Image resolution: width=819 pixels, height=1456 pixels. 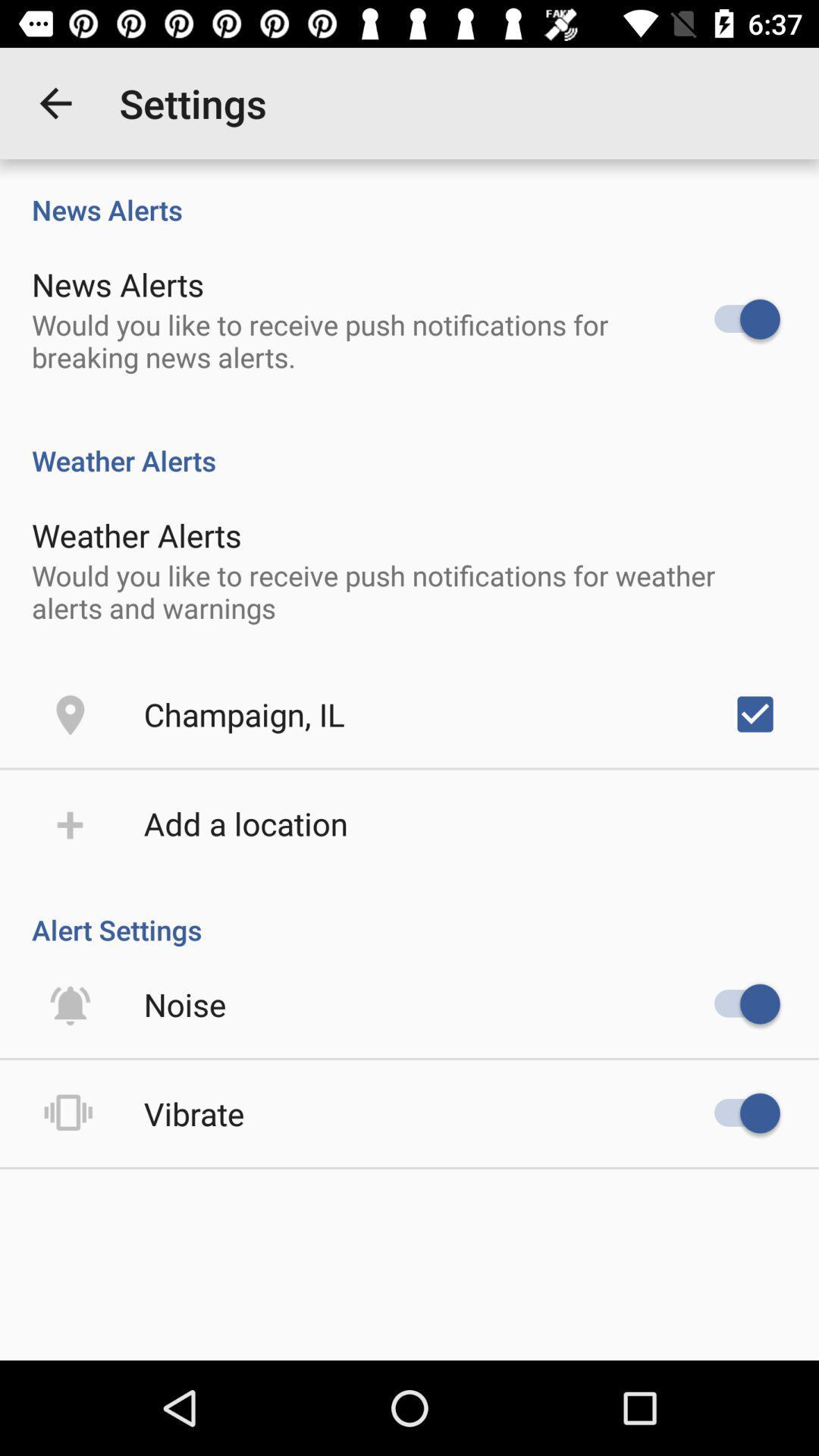 I want to click on item to the left of settings  item, so click(x=55, y=102).